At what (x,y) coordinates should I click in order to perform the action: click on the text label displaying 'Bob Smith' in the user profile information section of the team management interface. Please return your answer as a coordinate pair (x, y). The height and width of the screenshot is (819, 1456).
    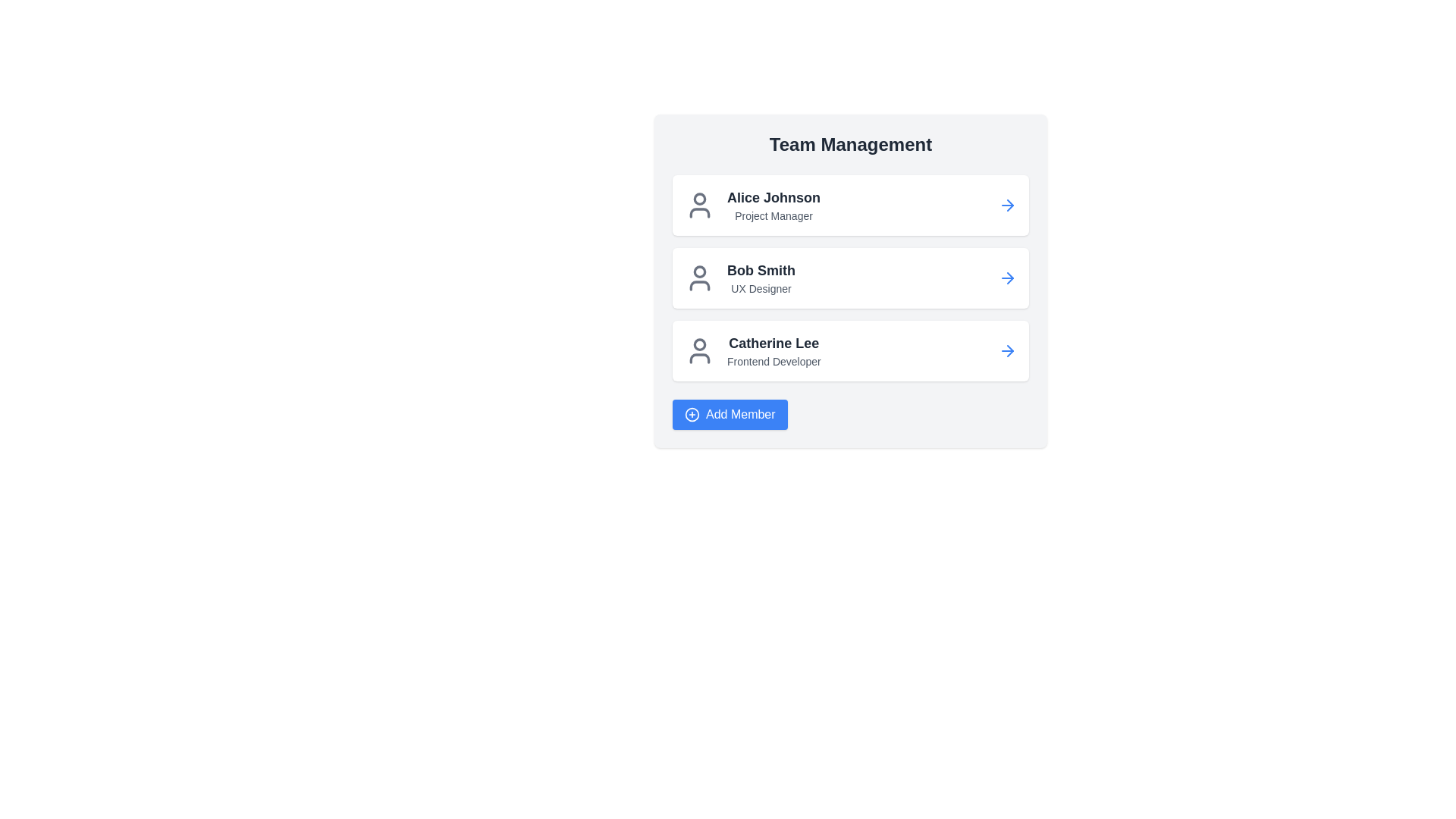
    Looking at the image, I should click on (761, 270).